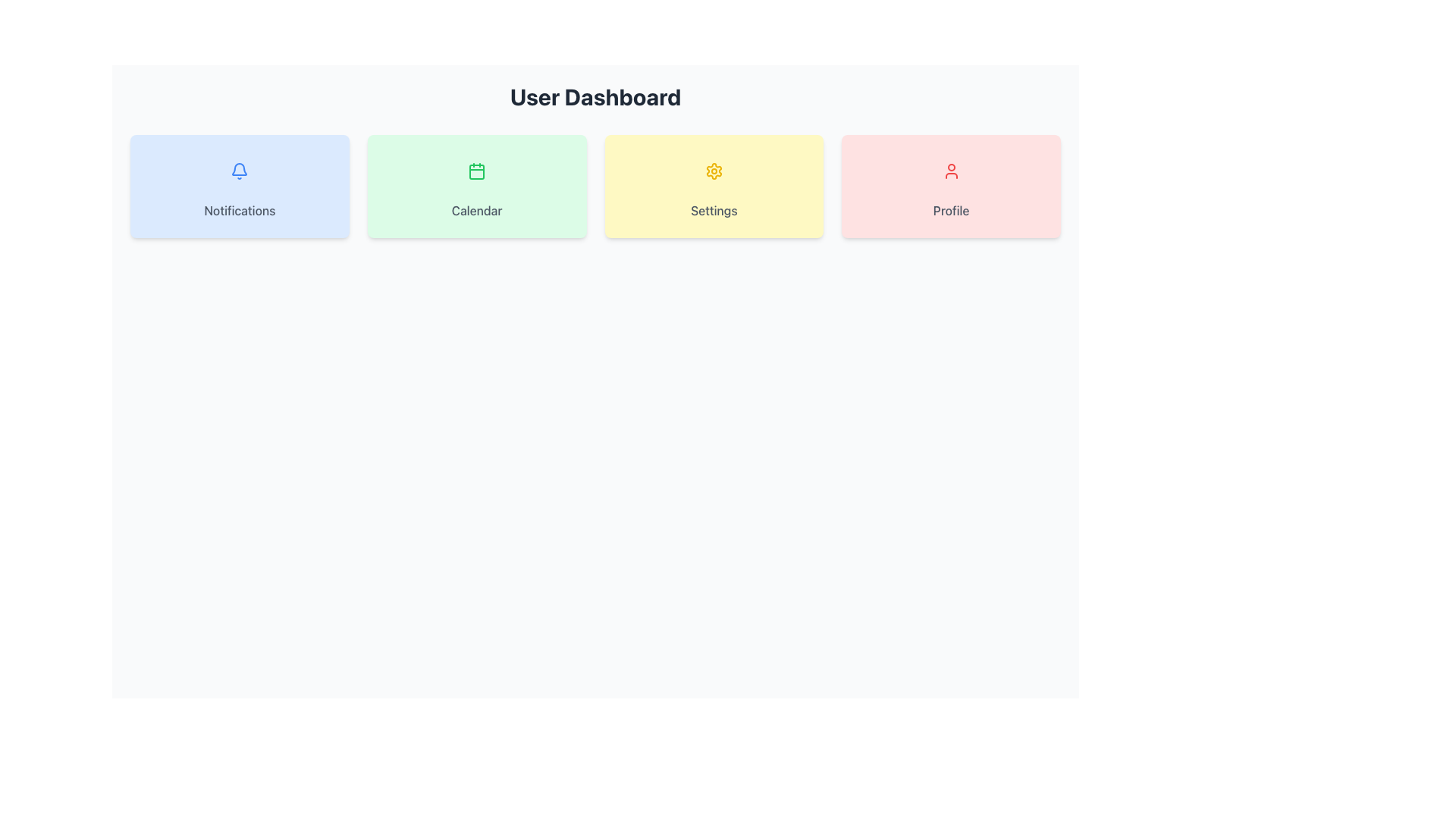 This screenshot has width=1456, height=819. Describe the element at coordinates (239, 210) in the screenshot. I see `the 'Notifications' text label, which is centrally placed within a light blue box beneath a bell icon in the top-left corner of a grid layout` at that location.